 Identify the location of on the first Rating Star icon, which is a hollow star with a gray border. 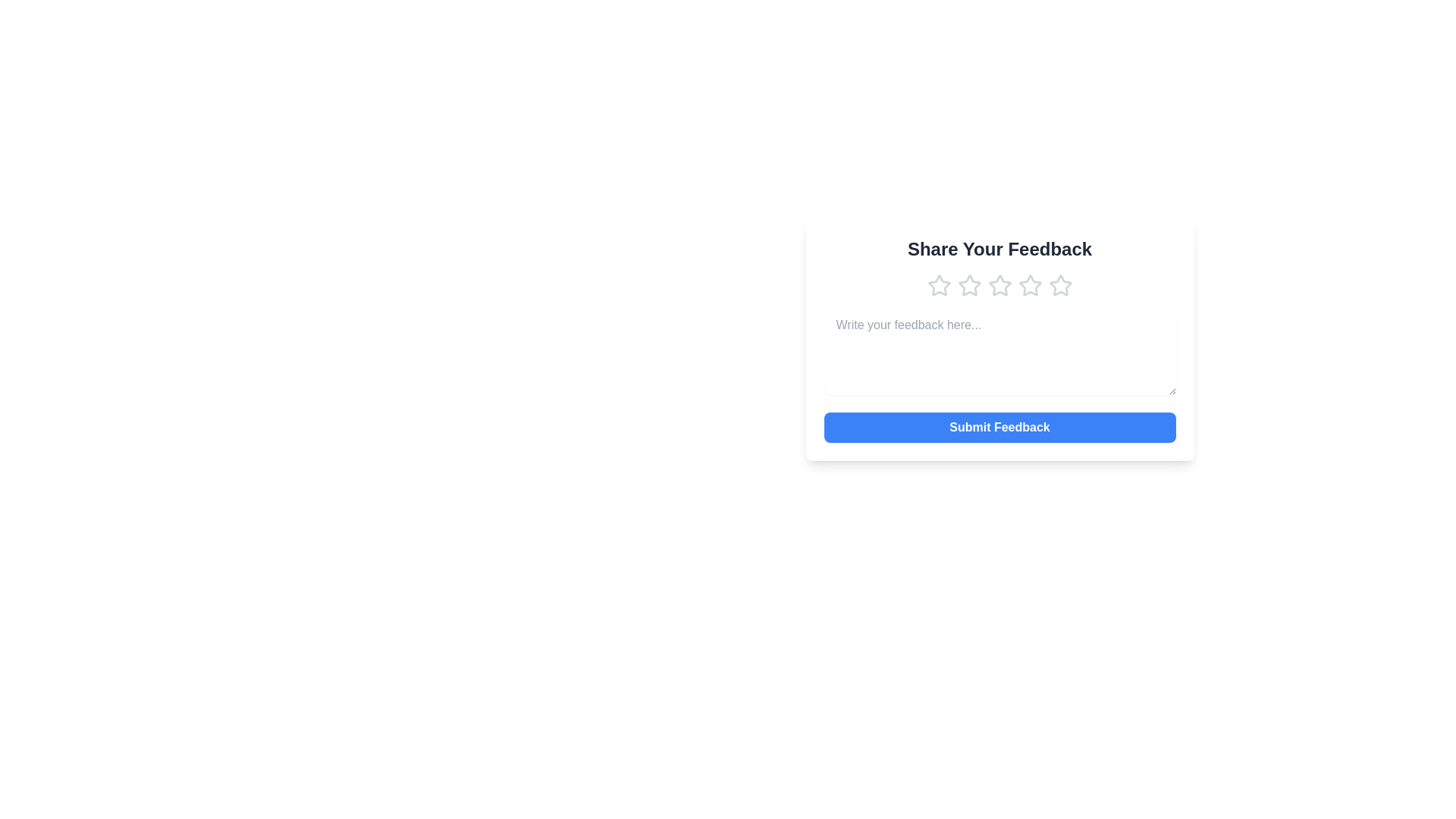
(938, 285).